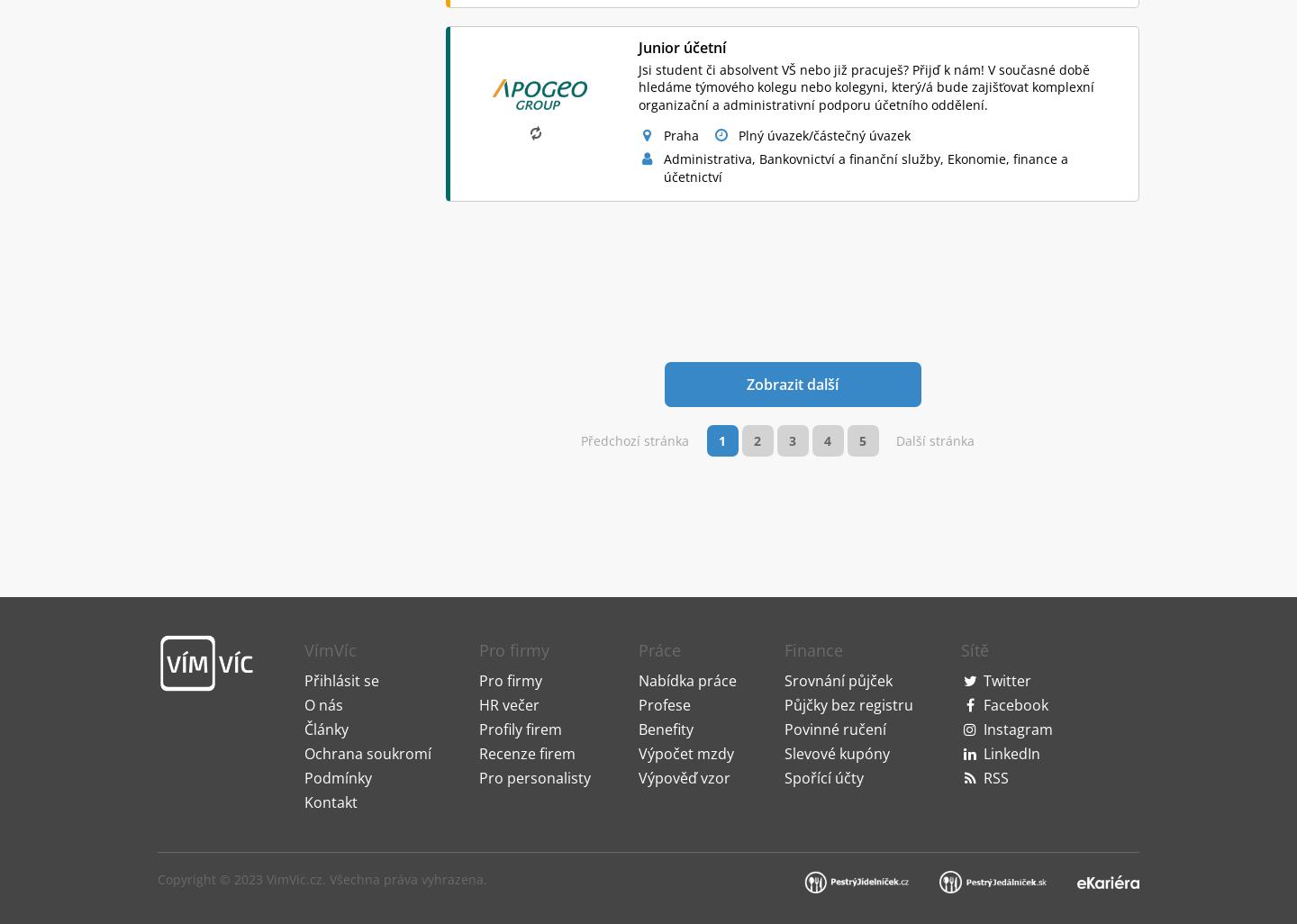  I want to click on 'VimVic.cz', so click(295, 671).